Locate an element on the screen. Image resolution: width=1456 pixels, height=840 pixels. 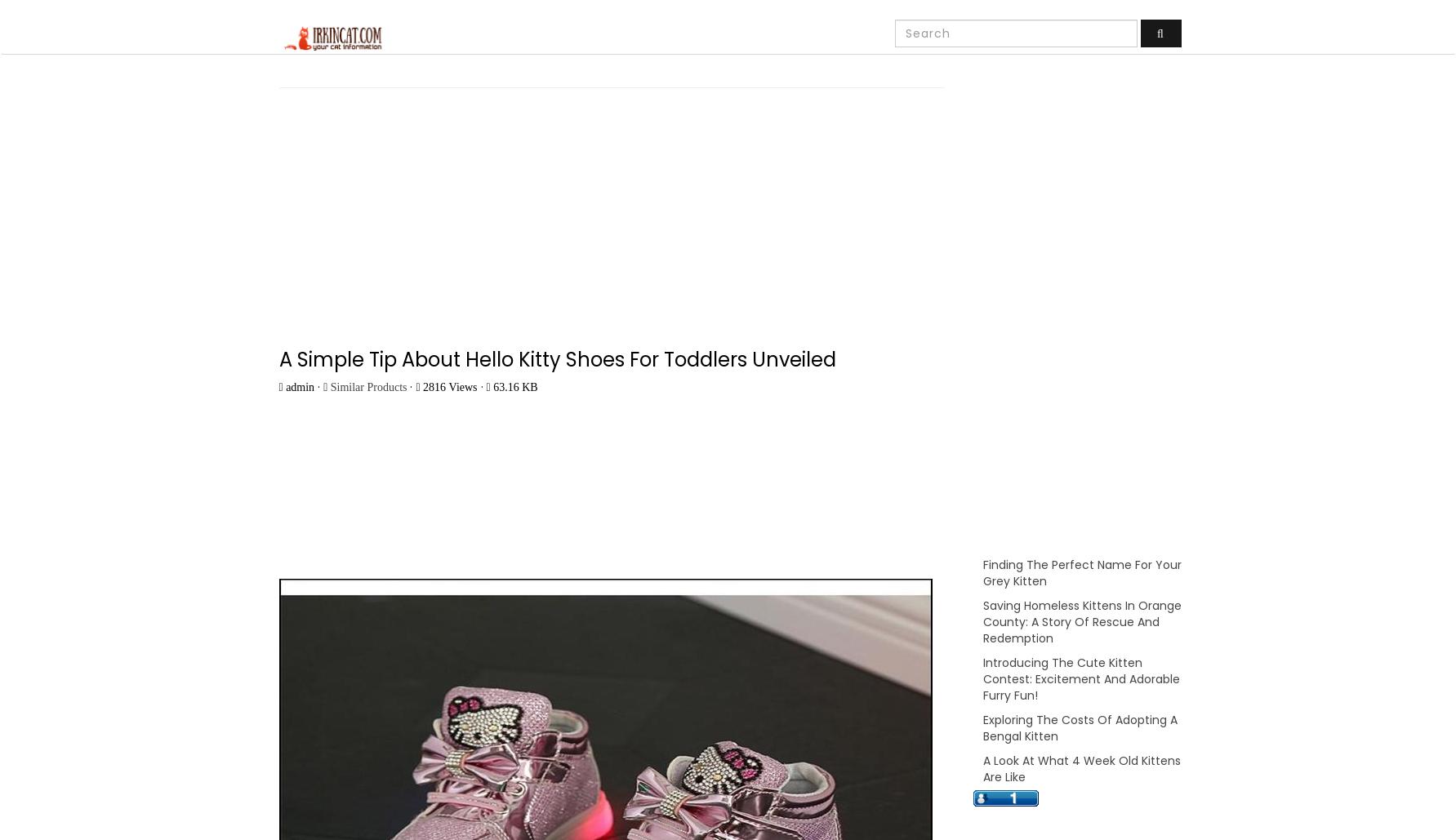
'Similar Products' is located at coordinates (367, 387).